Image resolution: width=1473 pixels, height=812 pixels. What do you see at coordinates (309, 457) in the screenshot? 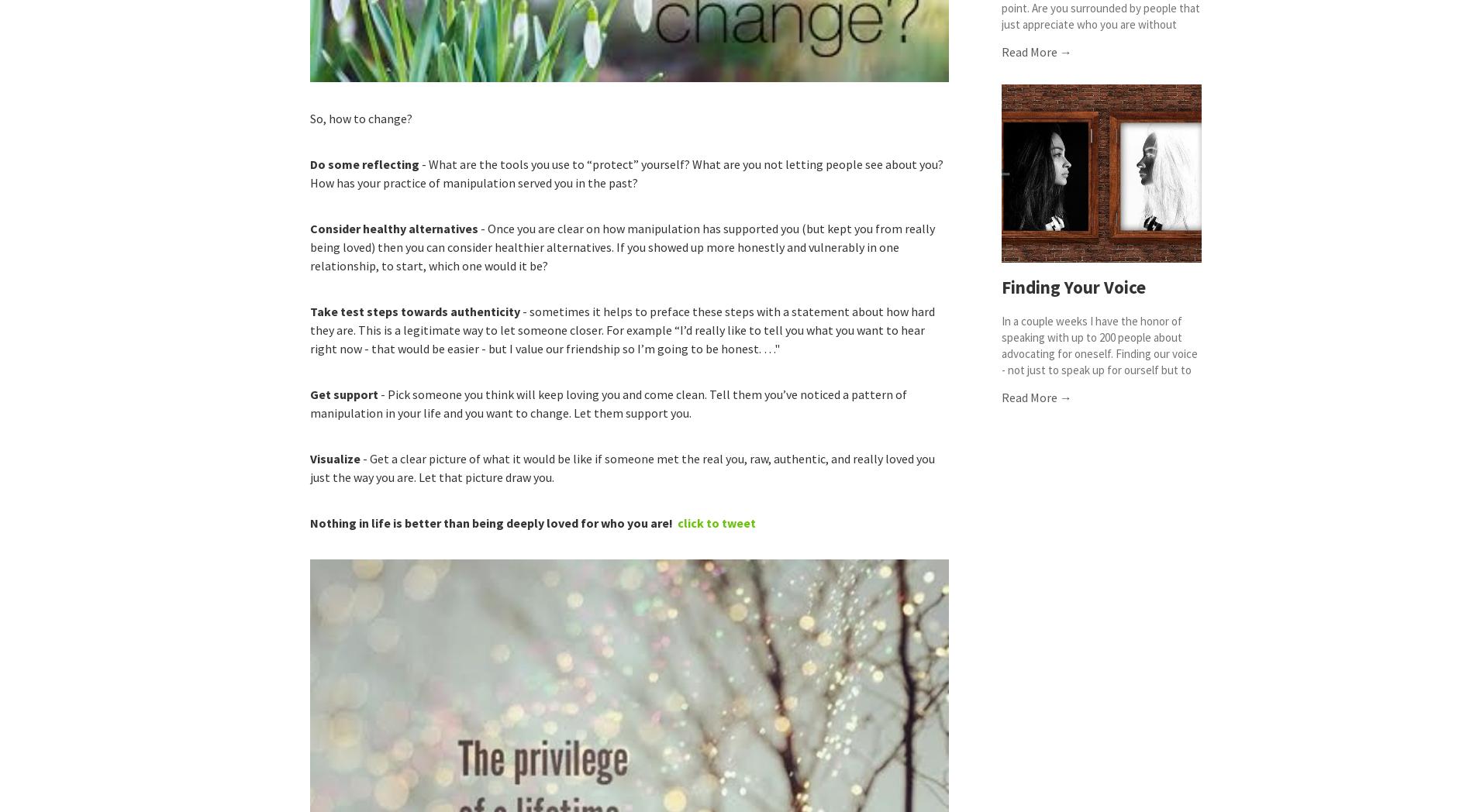
I see `'Visualize'` at bounding box center [309, 457].